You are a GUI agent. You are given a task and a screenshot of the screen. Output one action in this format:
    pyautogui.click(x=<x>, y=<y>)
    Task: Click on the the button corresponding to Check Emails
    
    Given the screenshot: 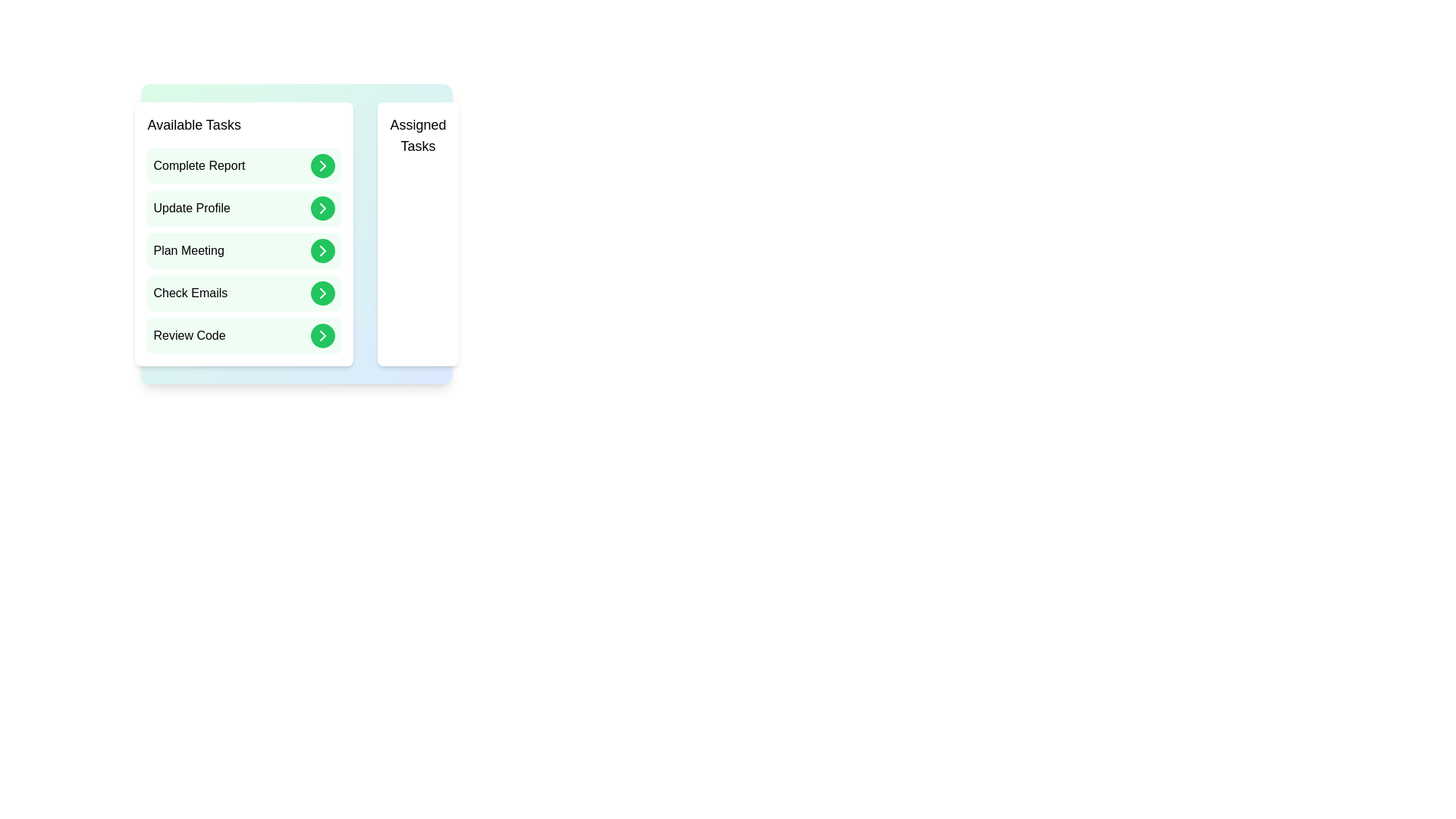 What is the action you would take?
    pyautogui.click(x=322, y=293)
    